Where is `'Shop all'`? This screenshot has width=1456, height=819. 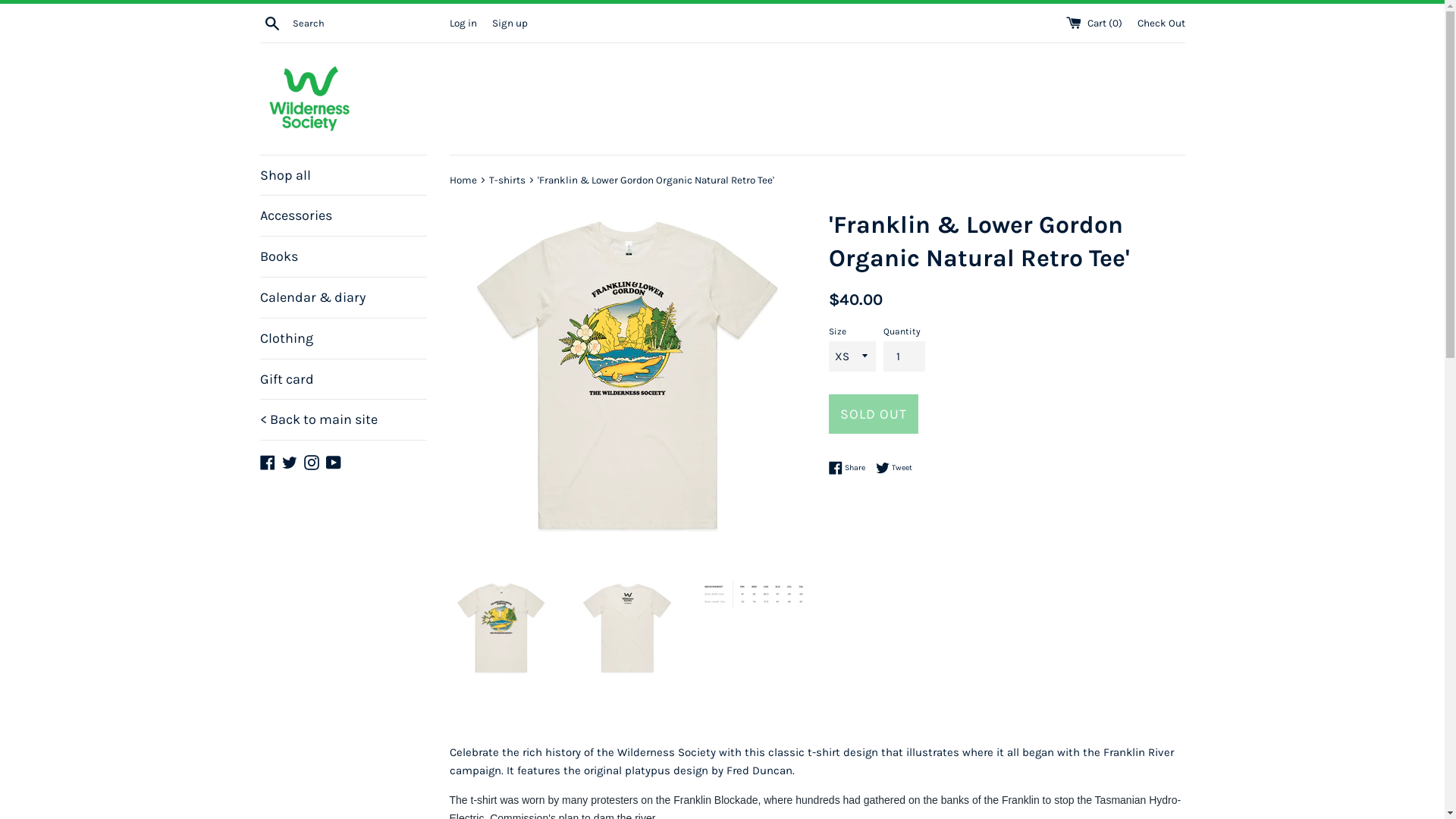
'Shop all' is located at coordinates (341, 174).